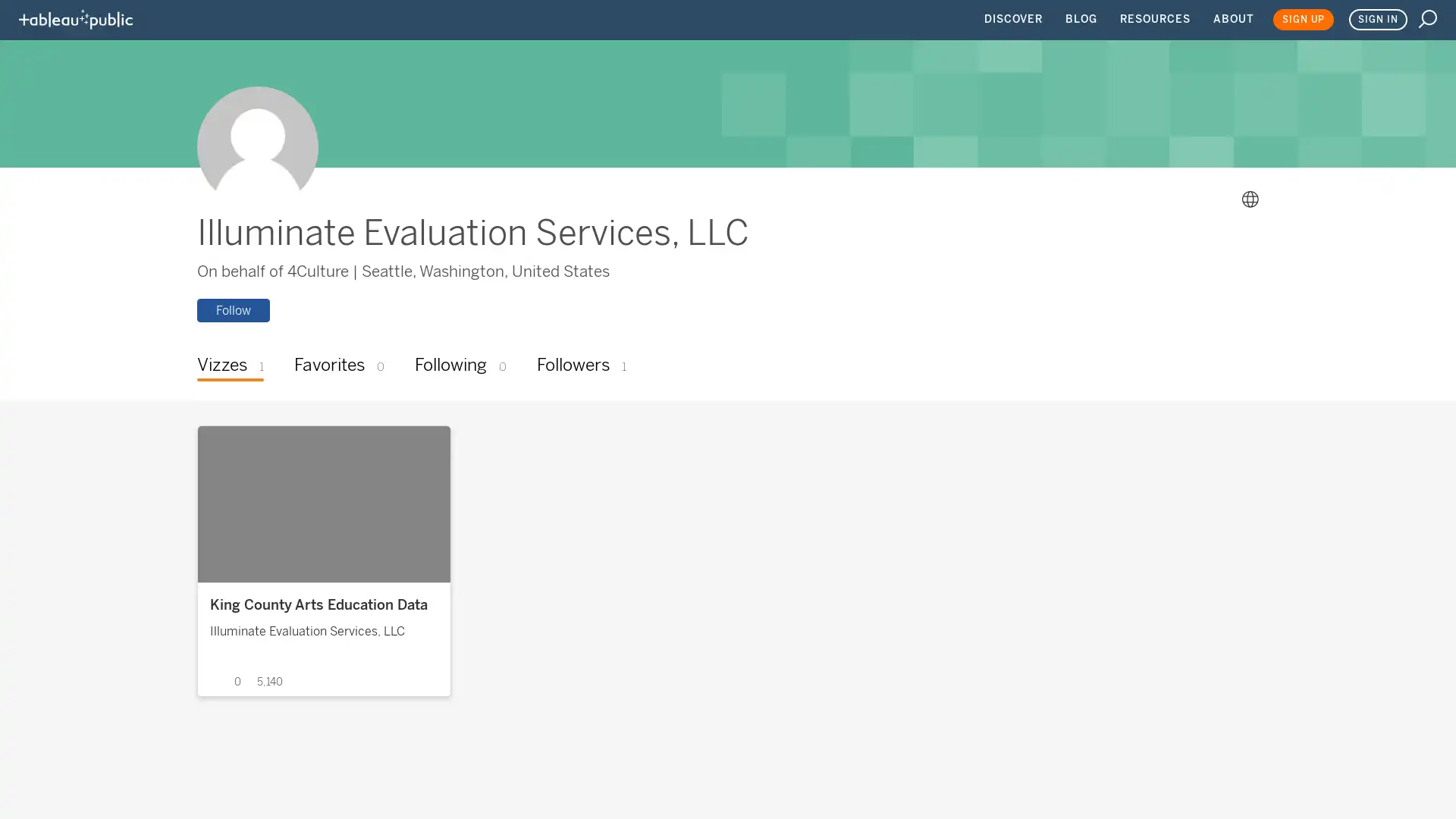 The image size is (1456, 819). What do you see at coordinates (338, 366) in the screenshot?
I see `Favorites 0` at bounding box center [338, 366].